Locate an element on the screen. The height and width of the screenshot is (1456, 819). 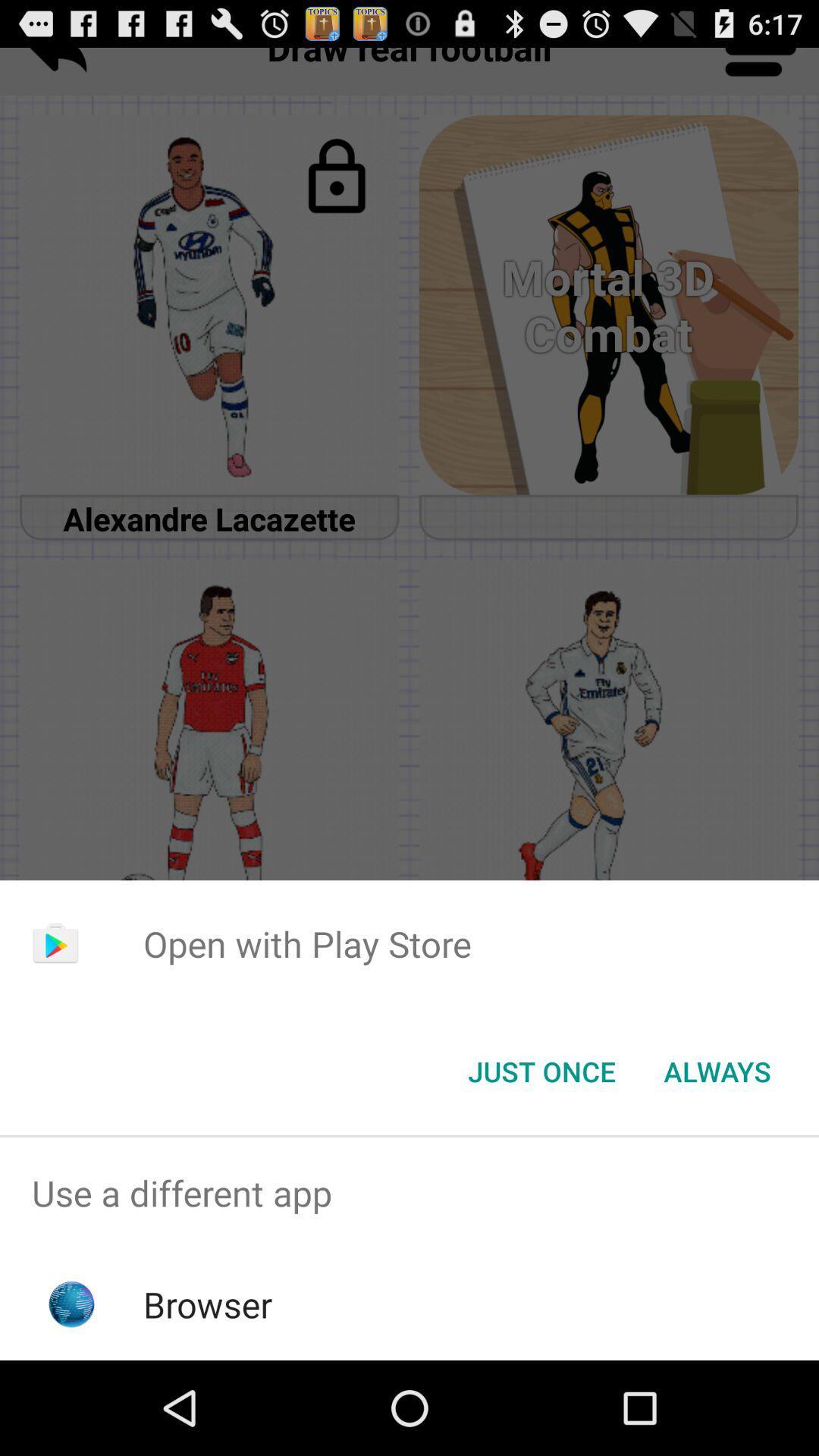
the icon to the right of just once item is located at coordinates (717, 1070).